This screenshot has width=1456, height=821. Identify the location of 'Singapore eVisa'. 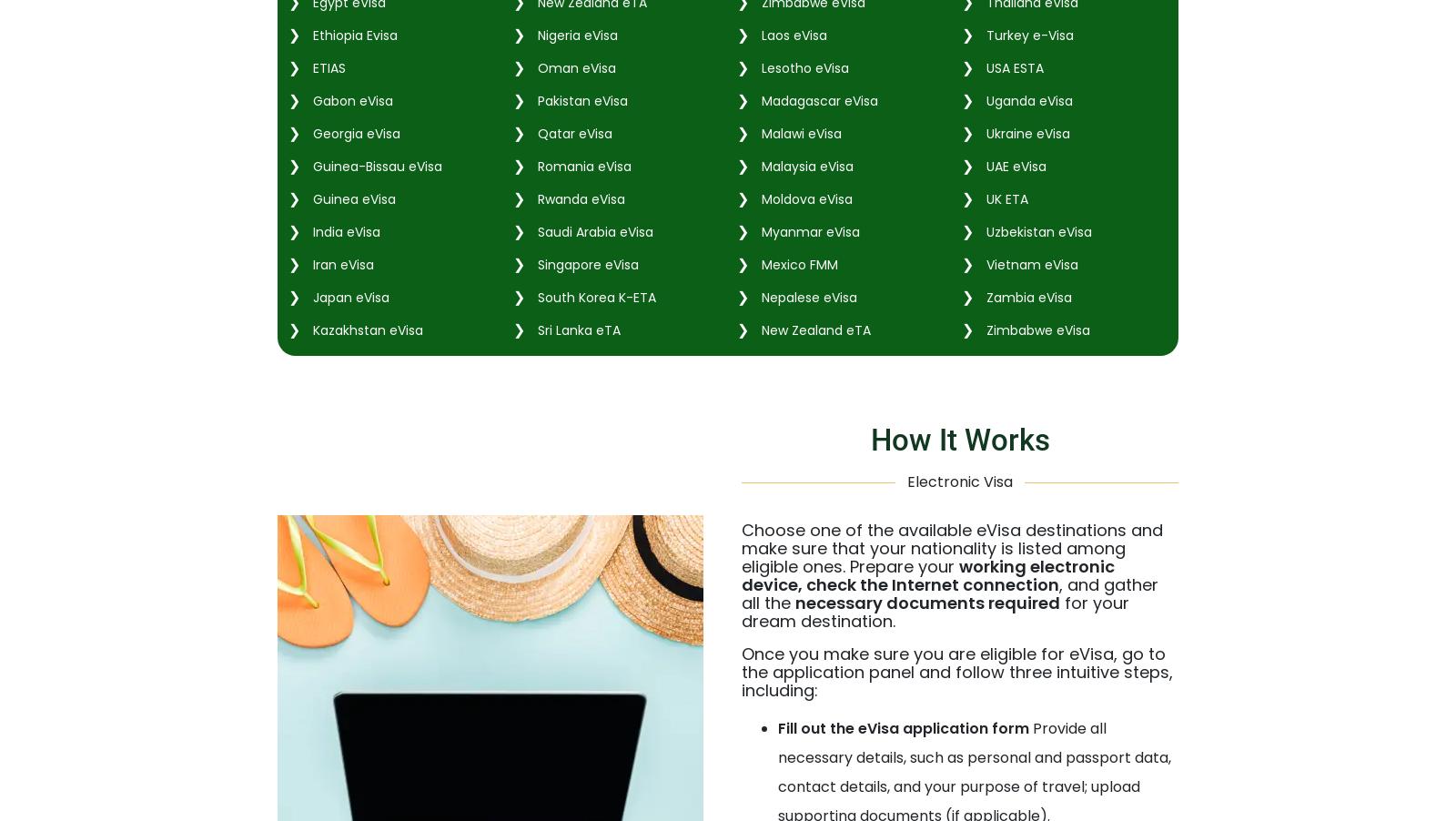
(585, 263).